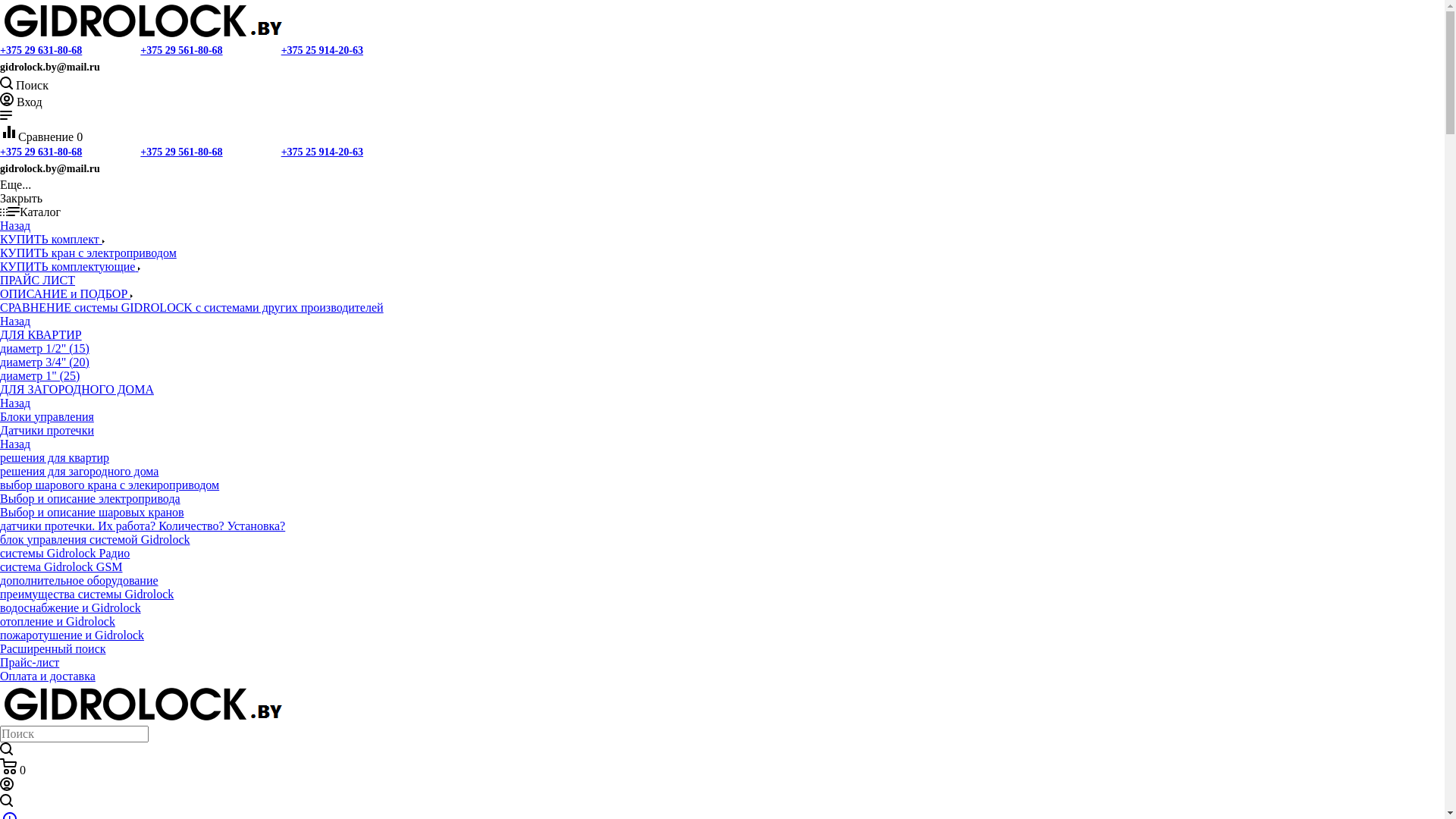  I want to click on 'Gidrolock.by', so click(143, 704).